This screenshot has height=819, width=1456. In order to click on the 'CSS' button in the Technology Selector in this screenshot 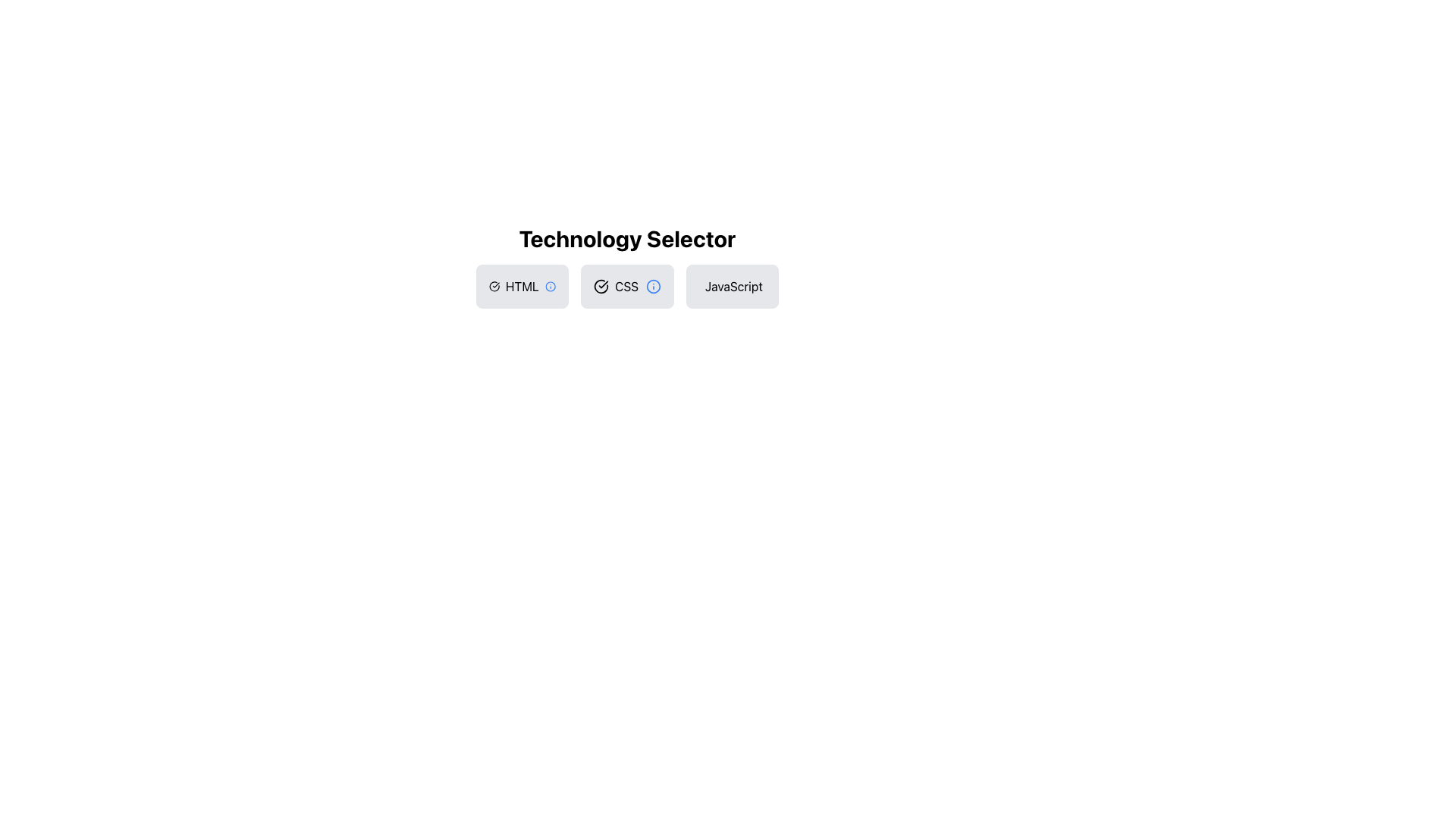, I will do `click(627, 287)`.